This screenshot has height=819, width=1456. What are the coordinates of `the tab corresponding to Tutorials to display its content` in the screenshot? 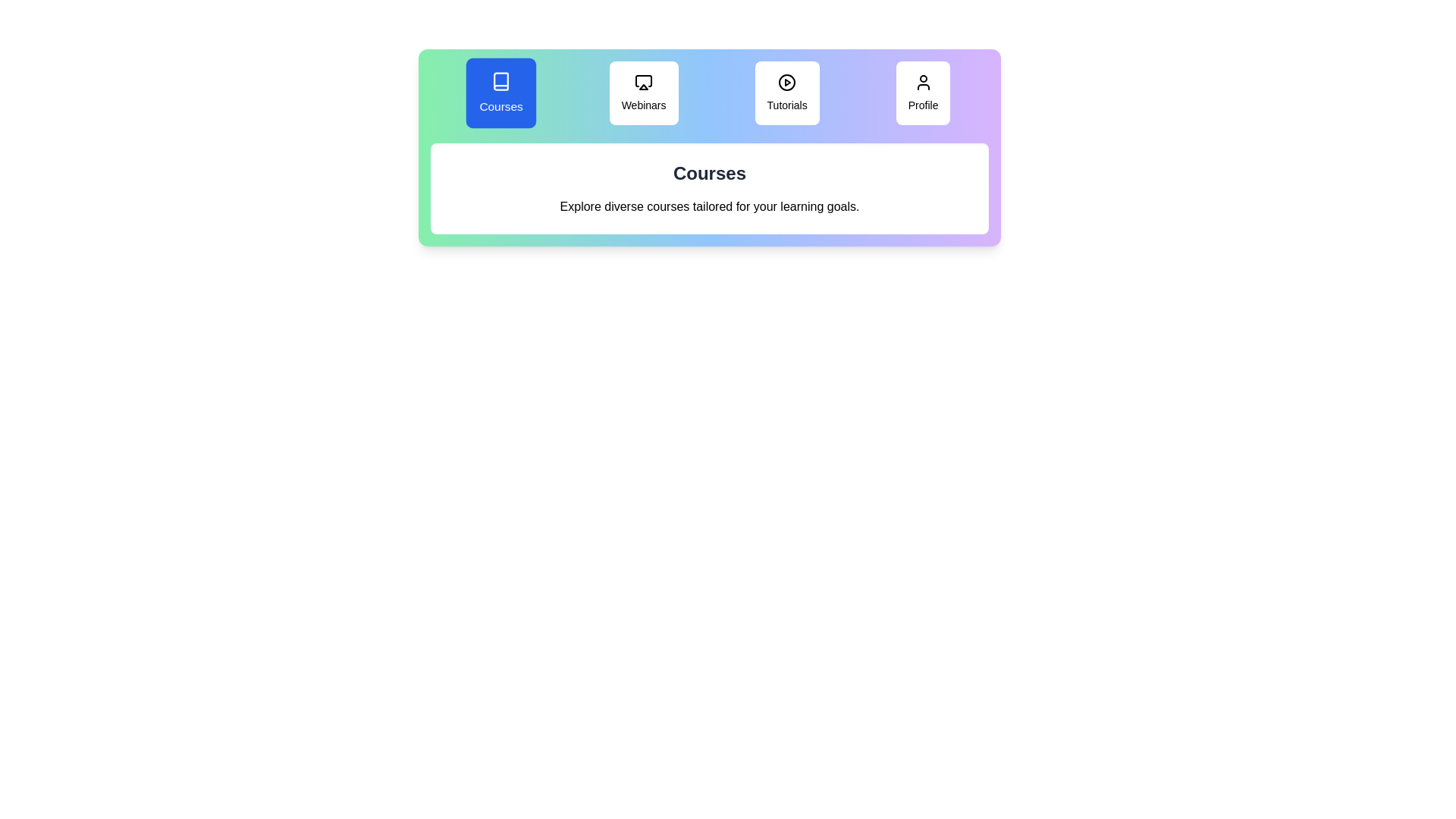 It's located at (786, 93).